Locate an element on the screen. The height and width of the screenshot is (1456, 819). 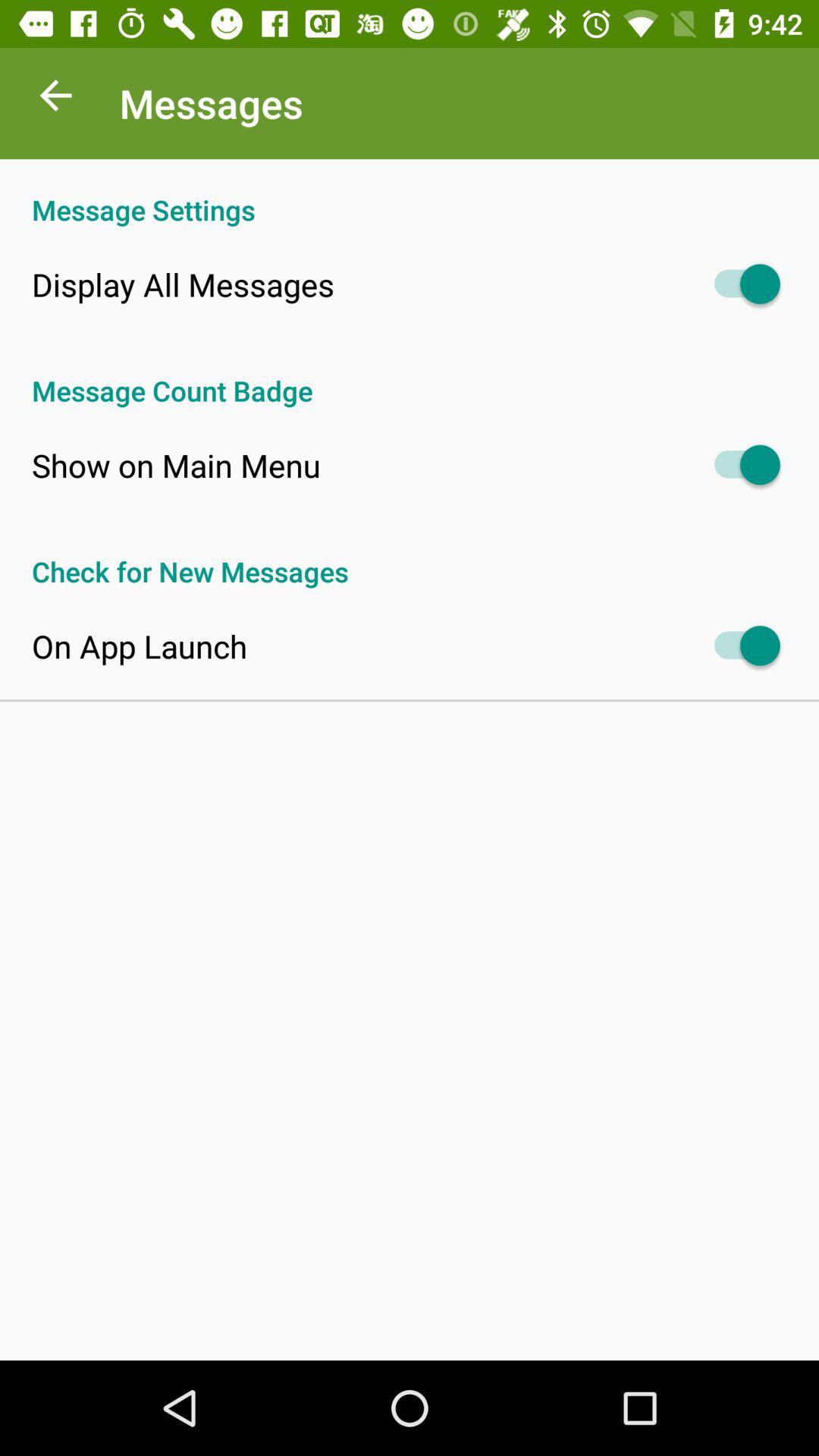
the display all messages app is located at coordinates (182, 284).